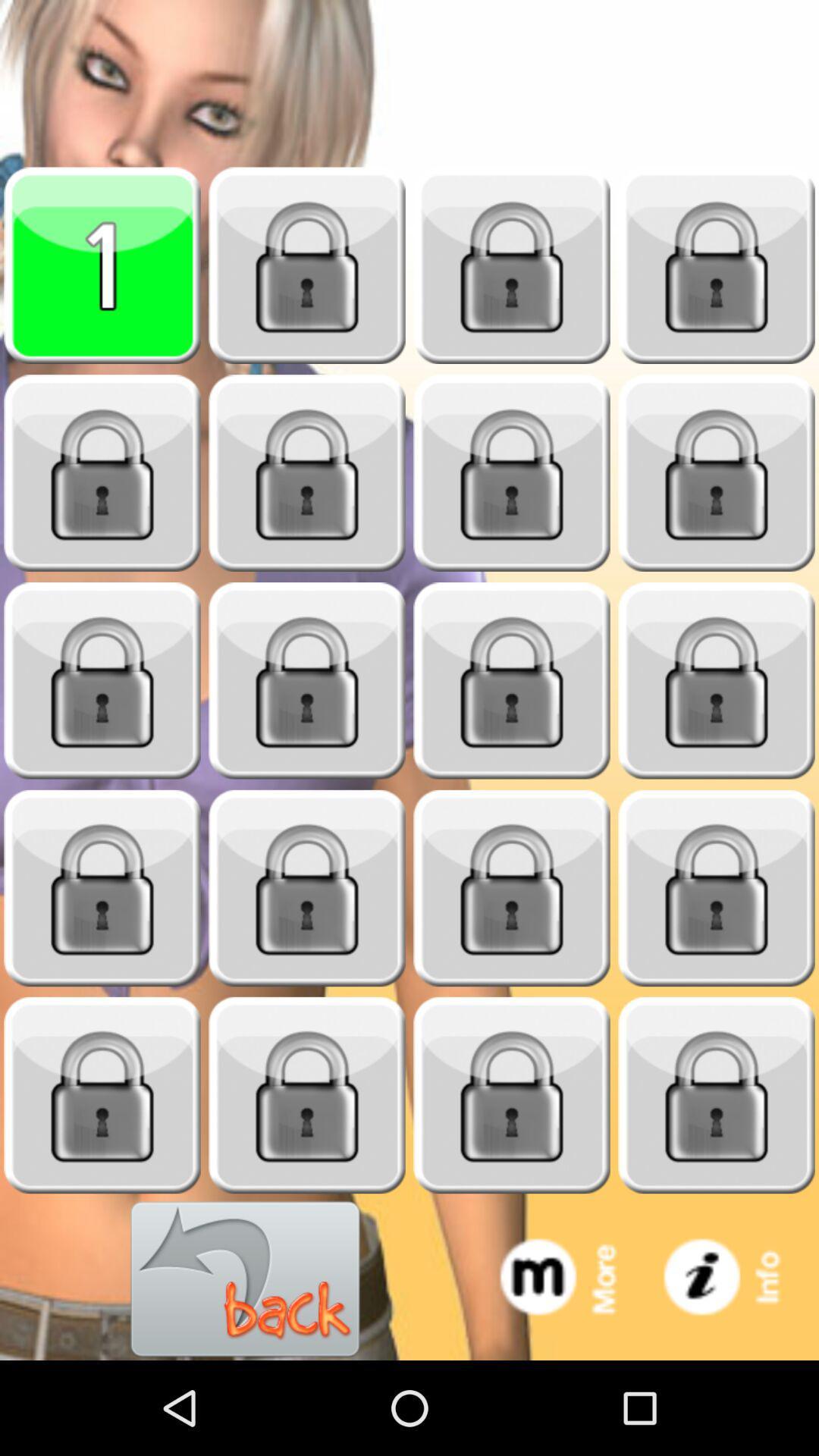  What do you see at coordinates (102, 265) in the screenshot?
I see `level 1` at bounding box center [102, 265].